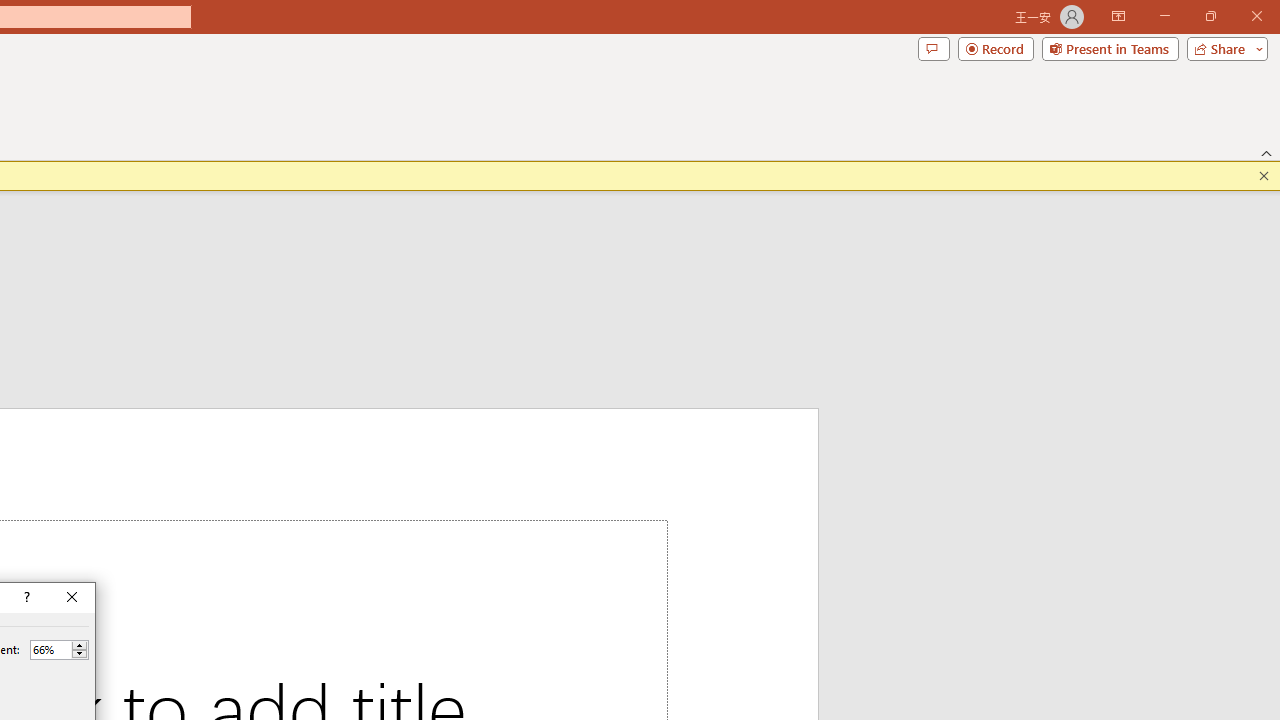 The width and height of the screenshot is (1280, 720). Describe the element at coordinates (25, 596) in the screenshot. I see `'Context help'` at that location.